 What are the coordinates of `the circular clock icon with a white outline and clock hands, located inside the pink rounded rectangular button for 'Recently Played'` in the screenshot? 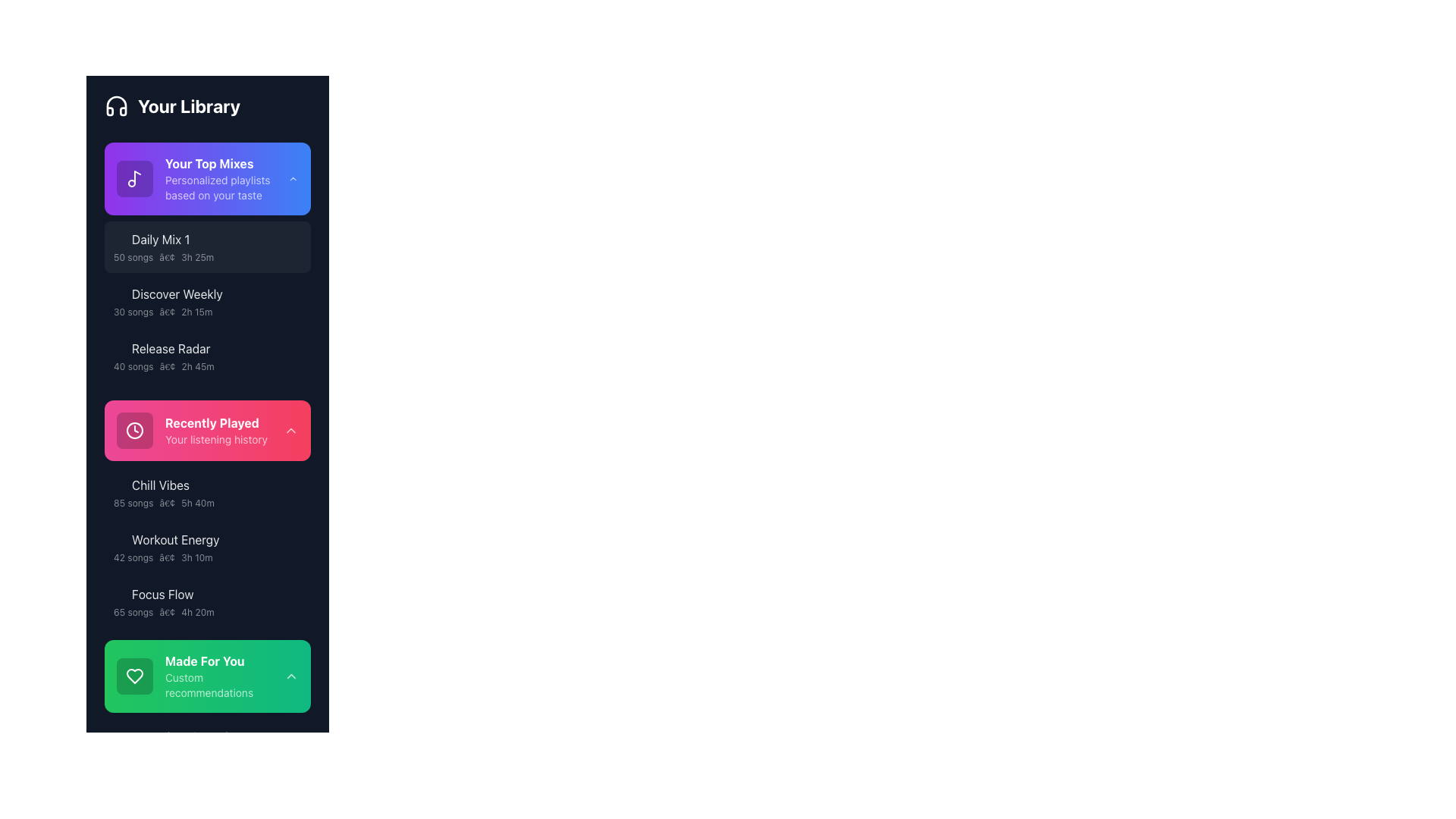 It's located at (134, 430).